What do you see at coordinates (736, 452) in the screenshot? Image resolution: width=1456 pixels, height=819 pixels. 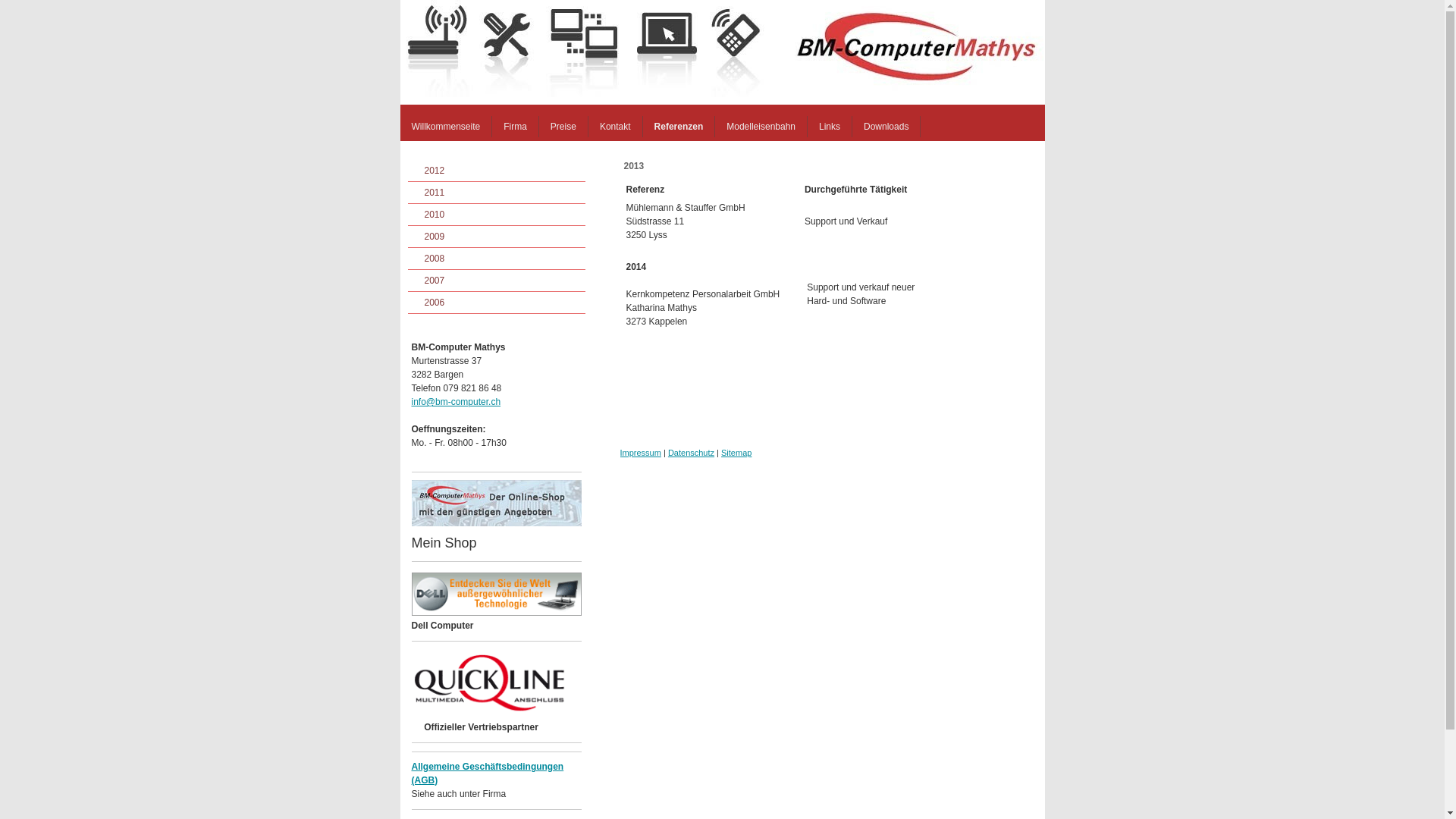 I see `'Sitemap'` at bounding box center [736, 452].